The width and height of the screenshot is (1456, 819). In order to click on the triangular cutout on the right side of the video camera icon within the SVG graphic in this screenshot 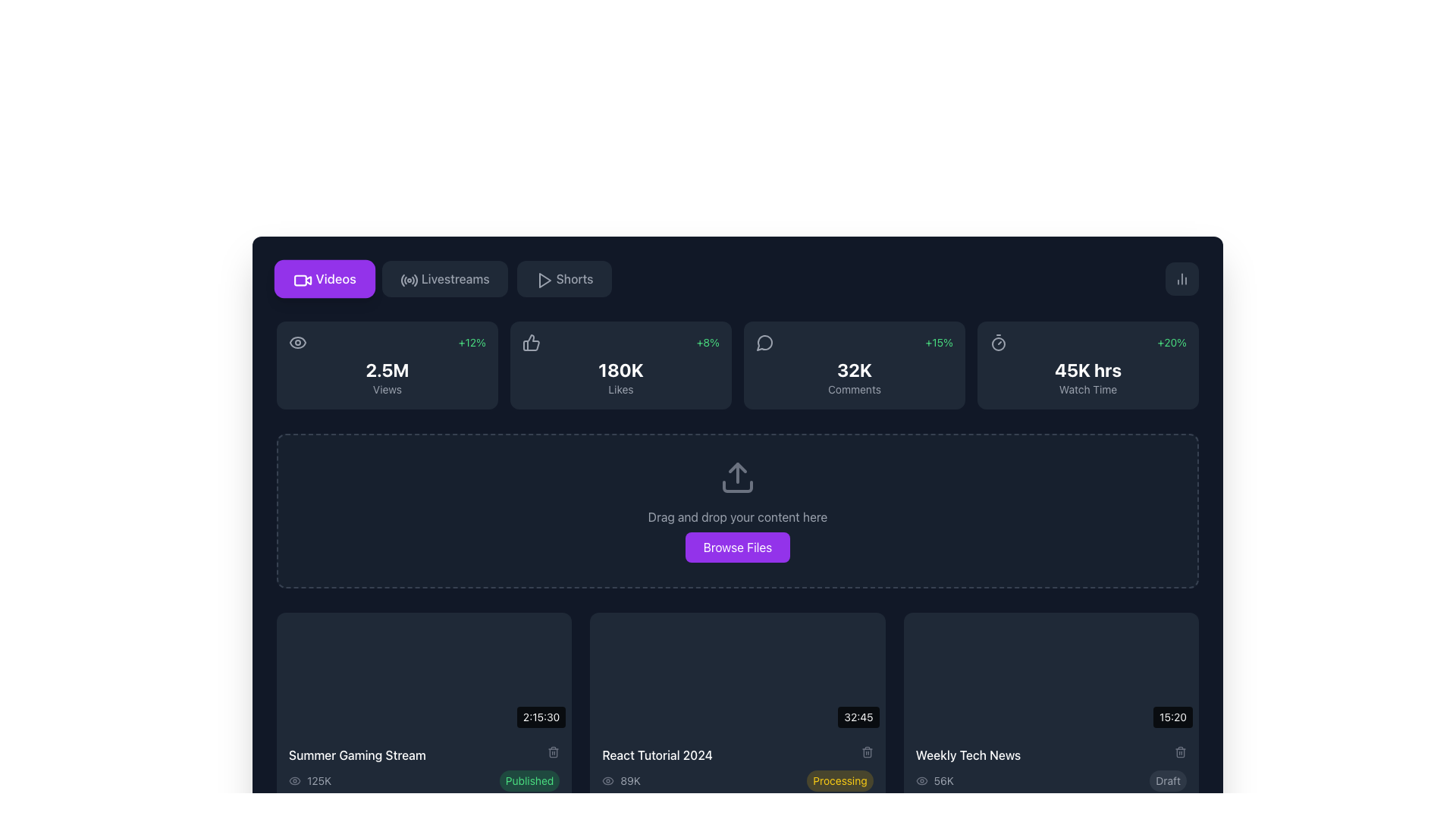, I will do `click(308, 281)`.